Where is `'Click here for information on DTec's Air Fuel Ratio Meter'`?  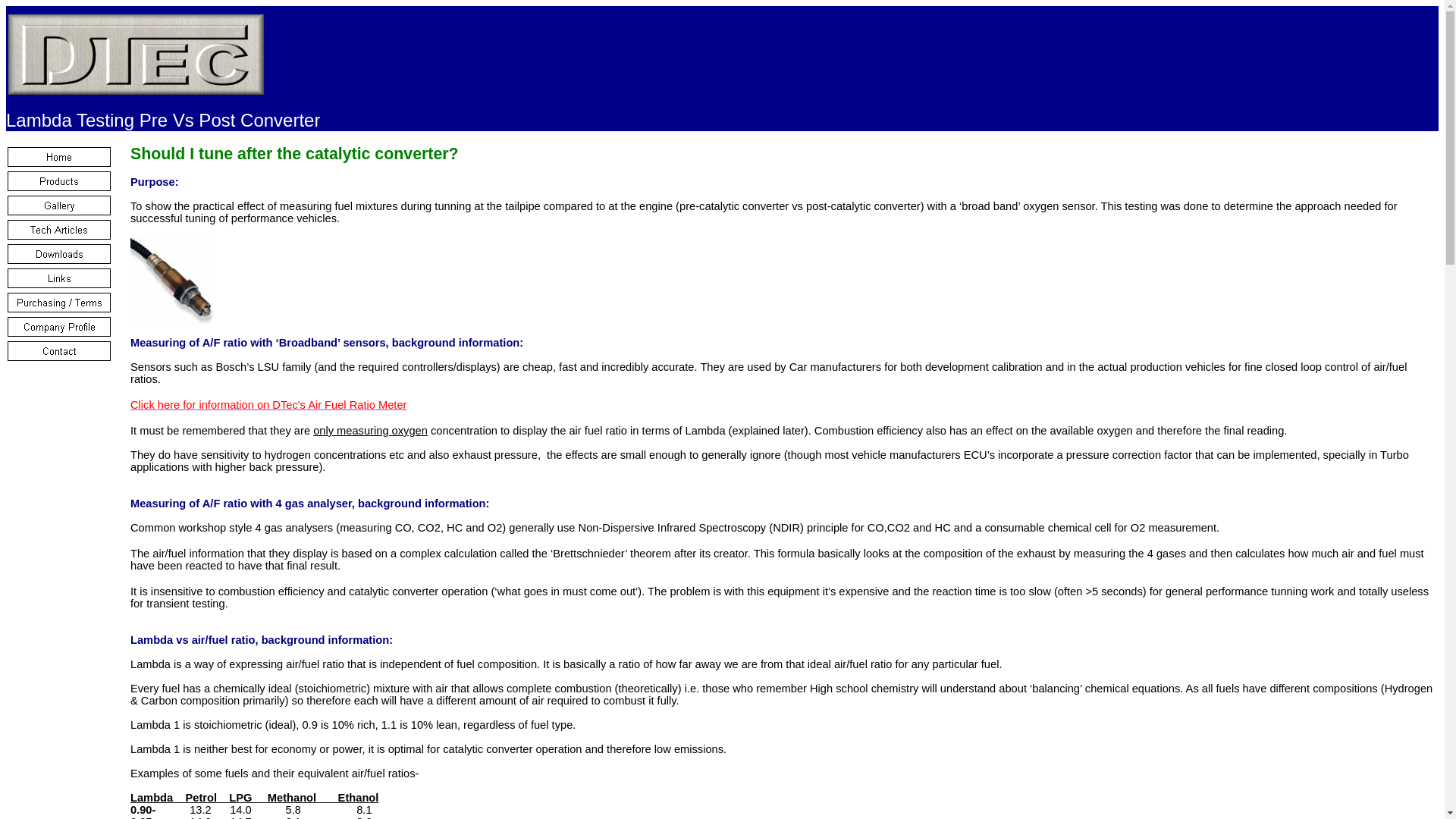
'Click here for information on DTec's Air Fuel Ratio Meter' is located at coordinates (268, 403).